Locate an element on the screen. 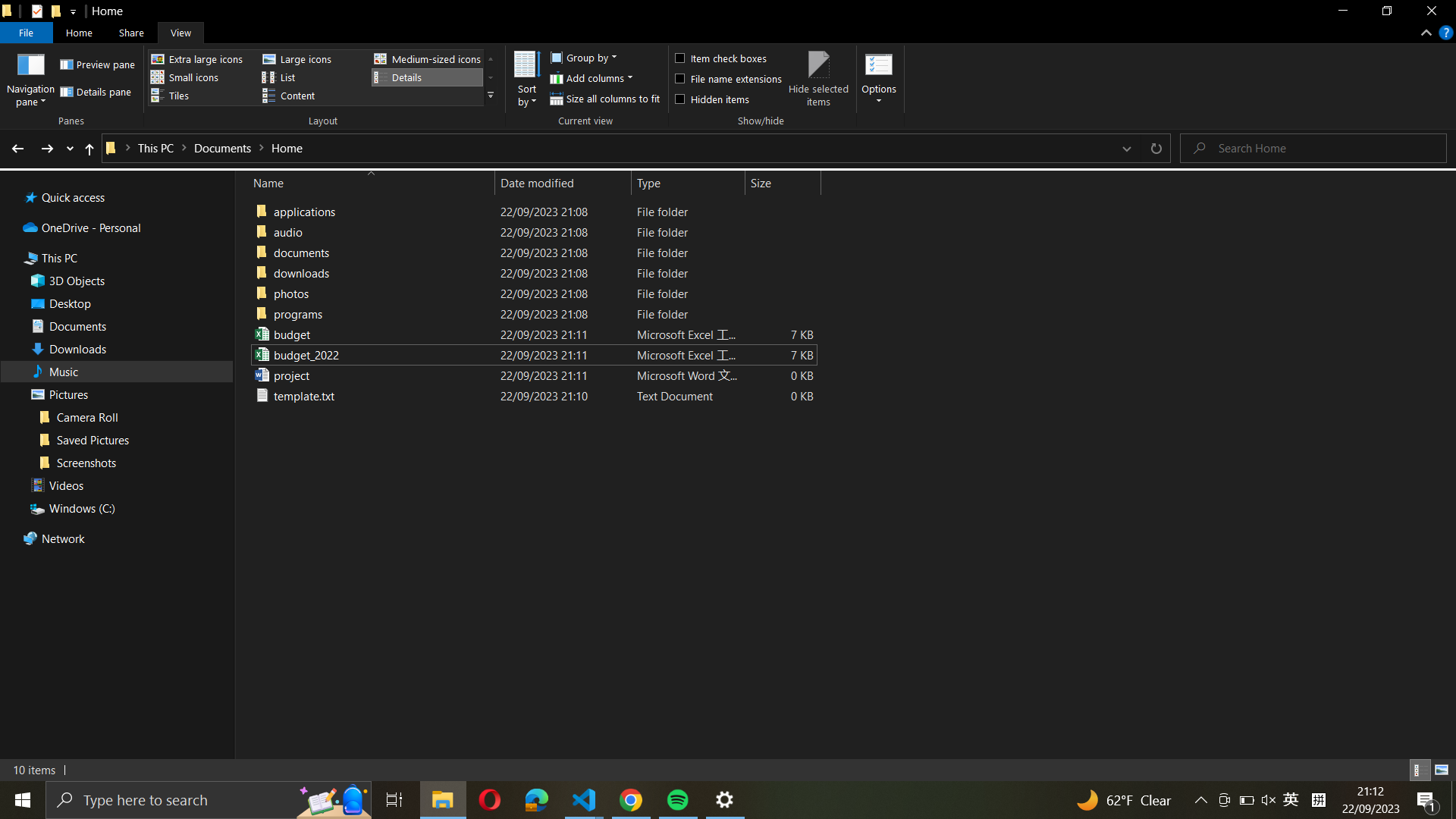  Change the name of the file "budget_excel_file" to "budget_2021_excel_file" is located at coordinates (531, 333).